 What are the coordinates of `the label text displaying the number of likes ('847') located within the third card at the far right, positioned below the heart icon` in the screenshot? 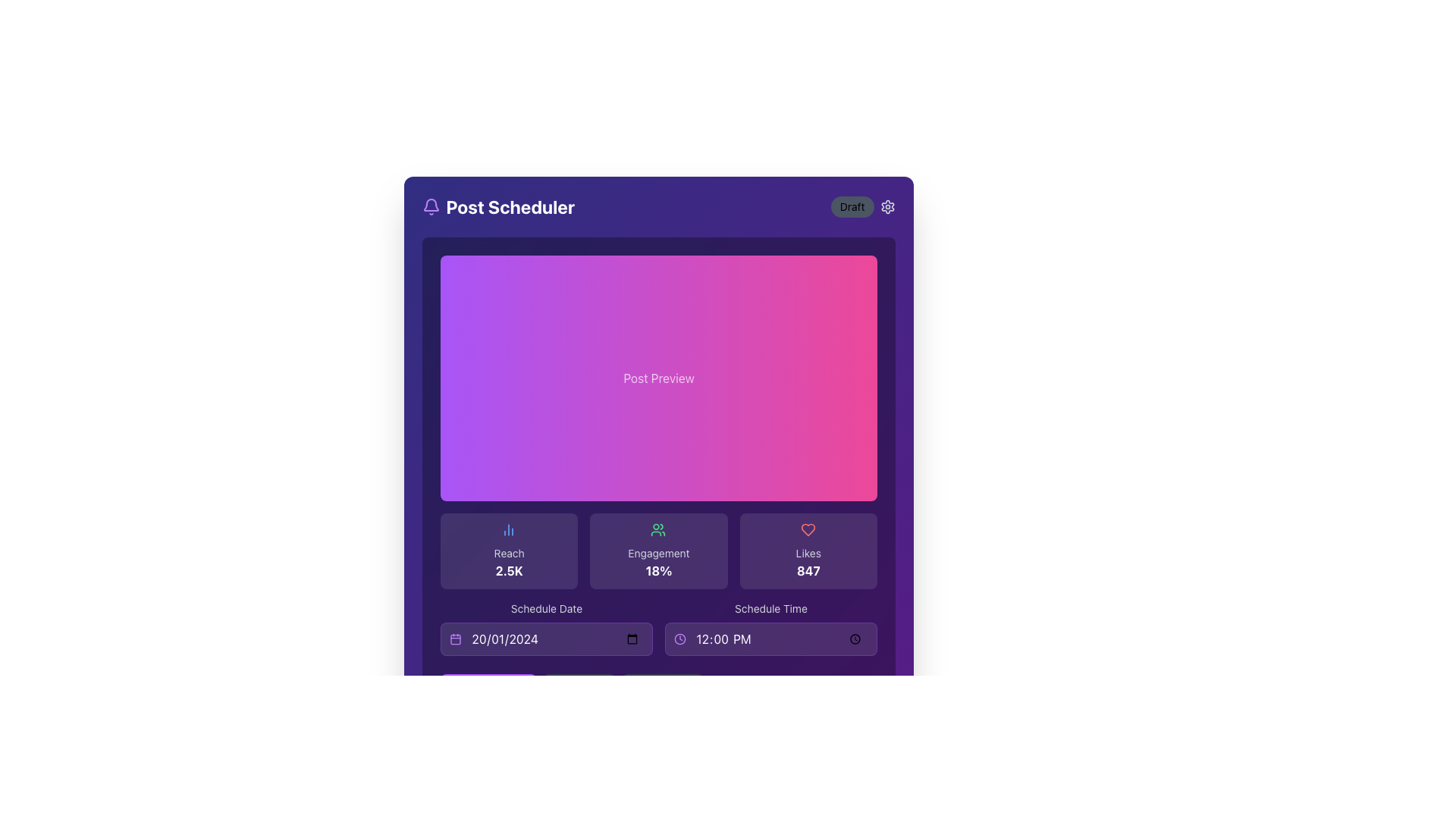 It's located at (807, 553).